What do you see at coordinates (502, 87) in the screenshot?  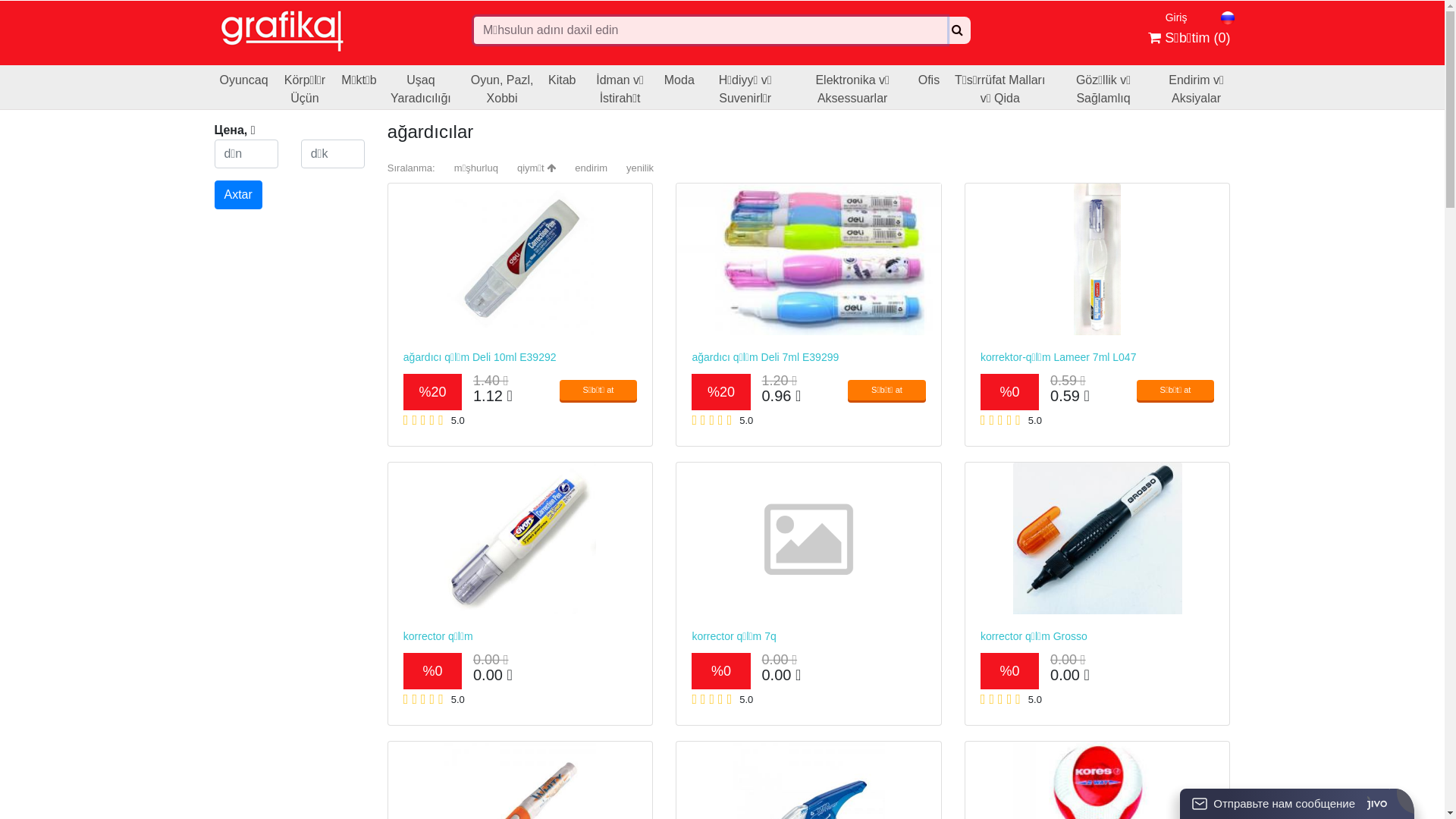 I see `'Oyun, Pazl, Xobbi'` at bounding box center [502, 87].